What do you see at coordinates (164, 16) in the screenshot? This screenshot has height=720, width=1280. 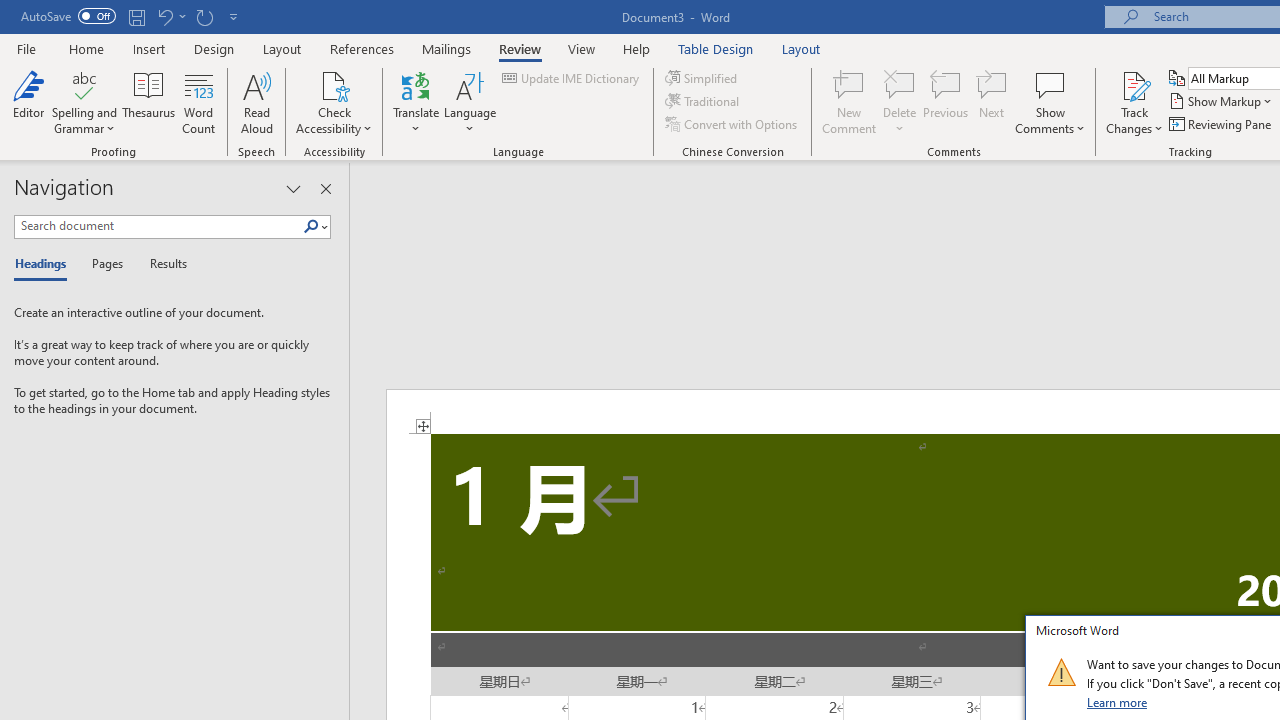 I see `'Undo Increase Indent'` at bounding box center [164, 16].